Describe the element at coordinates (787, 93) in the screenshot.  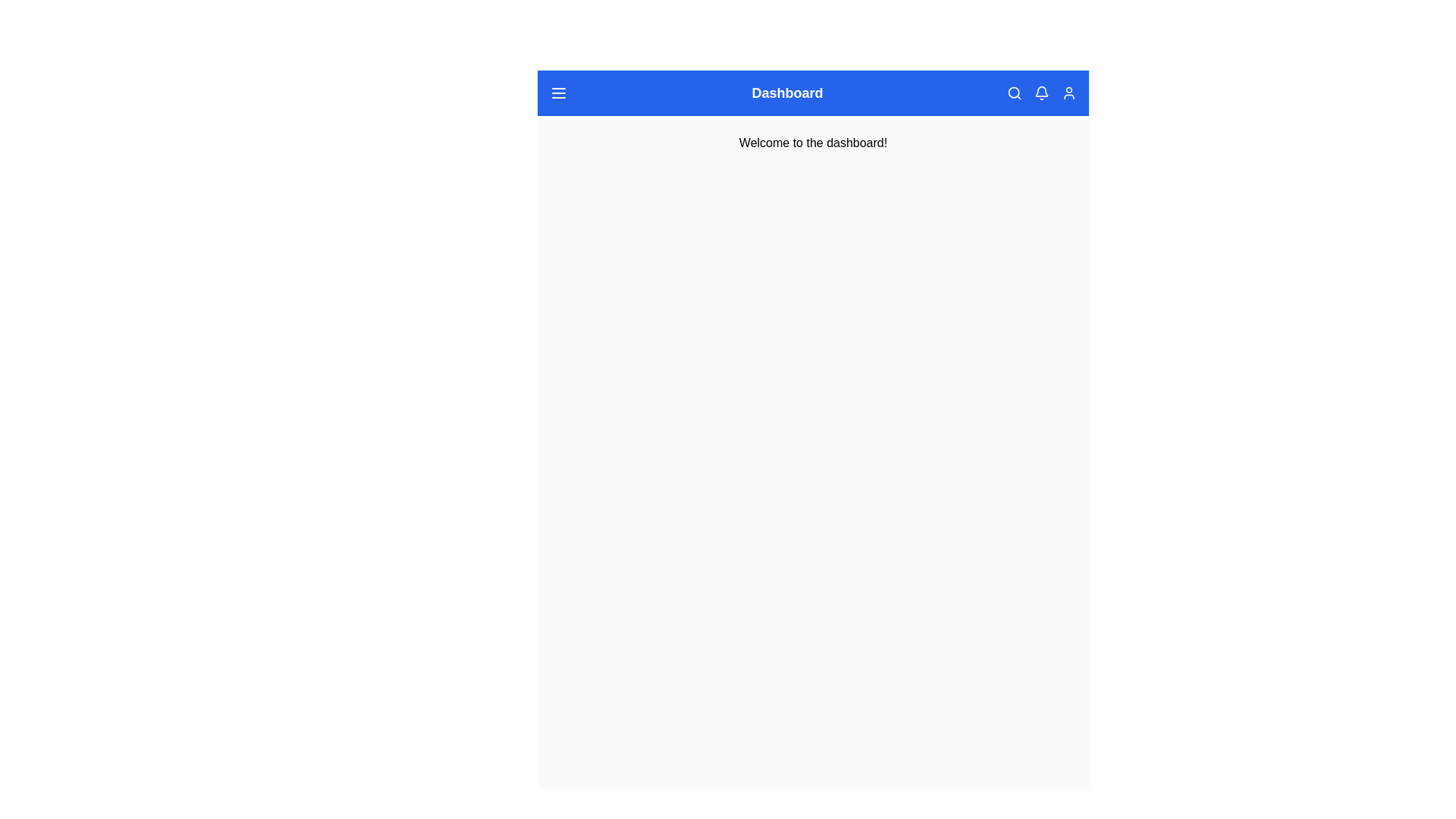
I see `the text 'Dashboard' to interact with it` at that location.